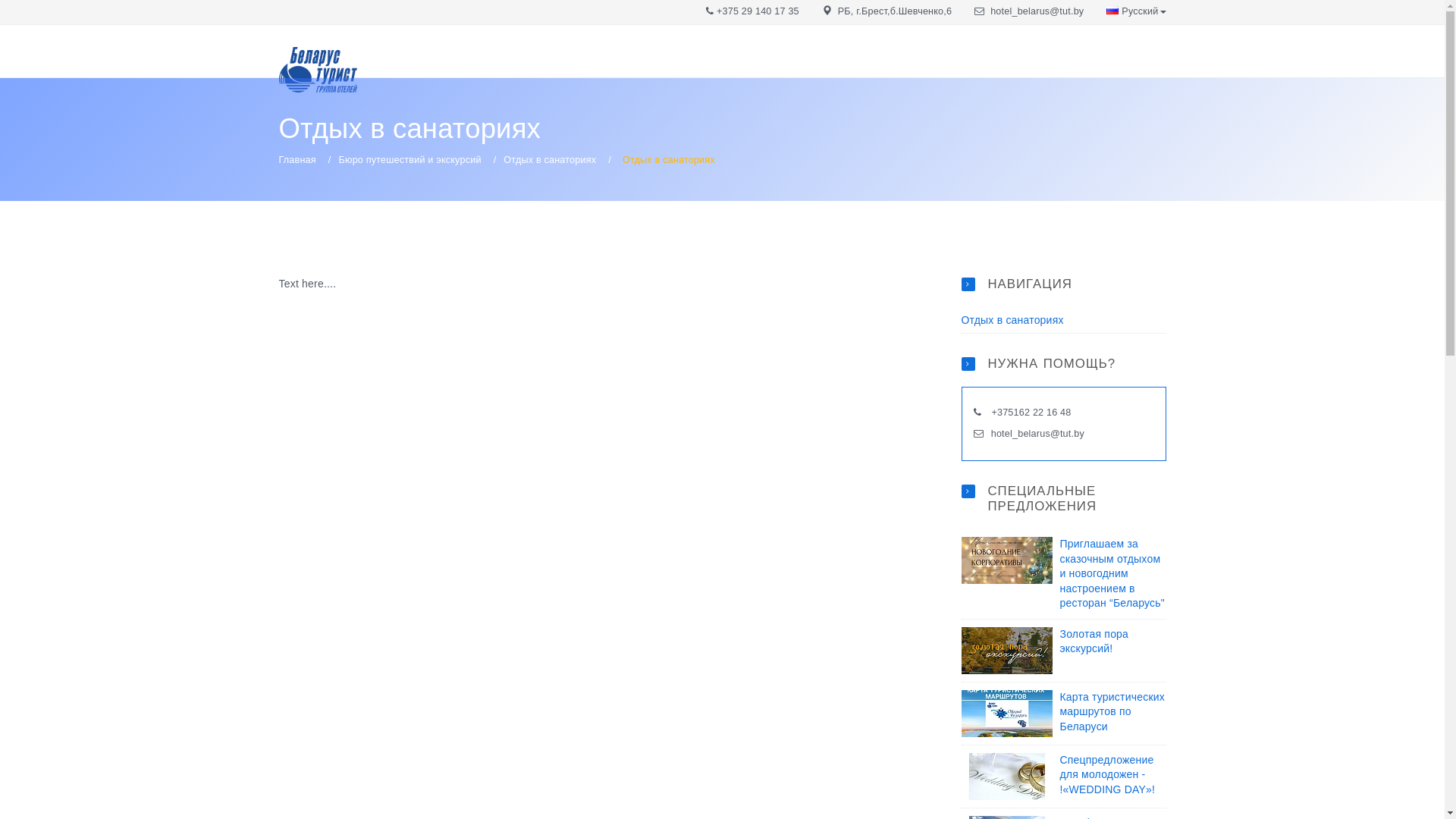 This screenshot has width=1456, height=819. Describe the element at coordinates (1037, 433) in the screenshot. I see `'hotel_belarus@tut.by'` at that location.